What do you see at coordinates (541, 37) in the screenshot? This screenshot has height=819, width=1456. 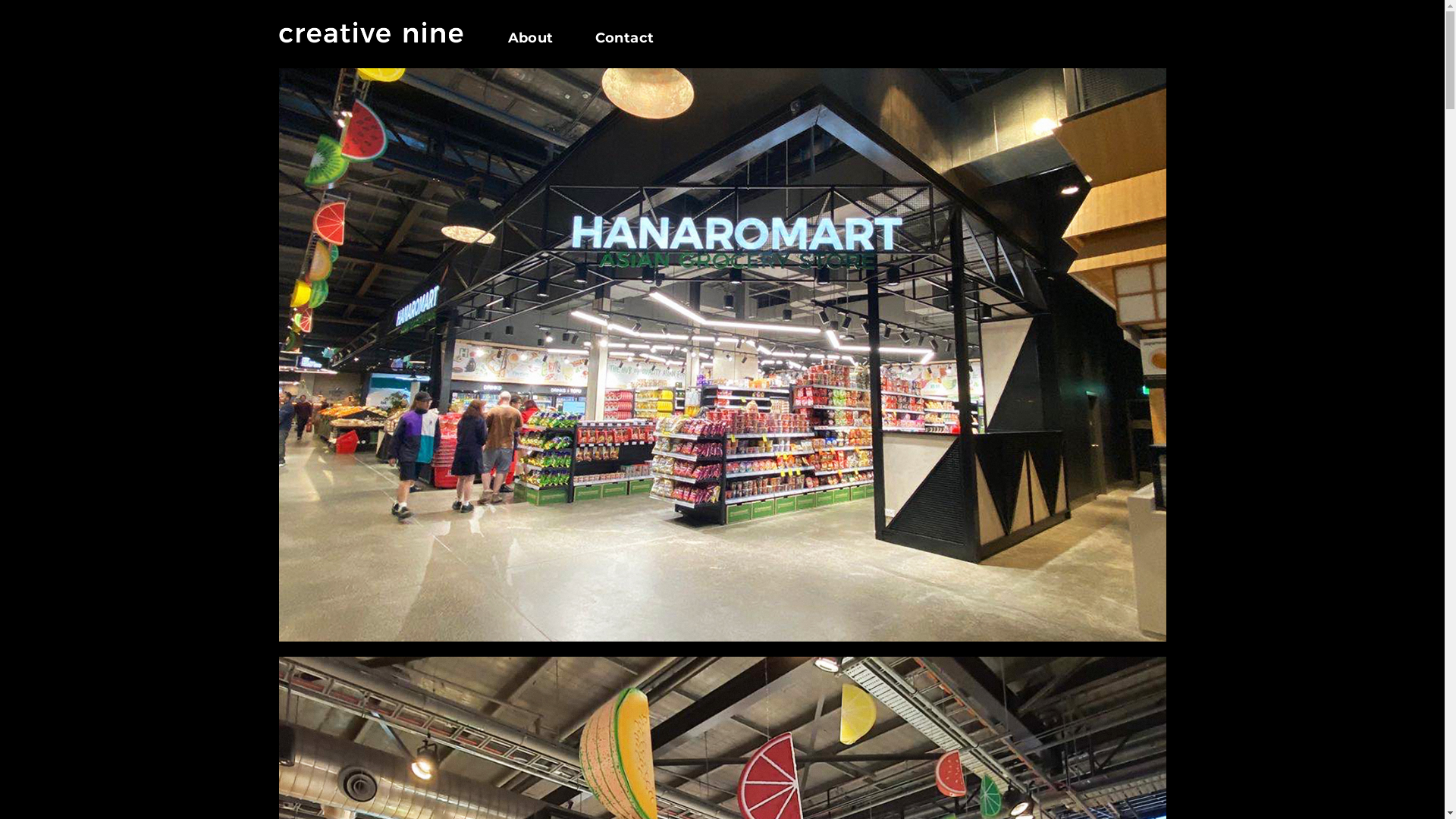 I see `'About'` at bounding box center [541, 37].